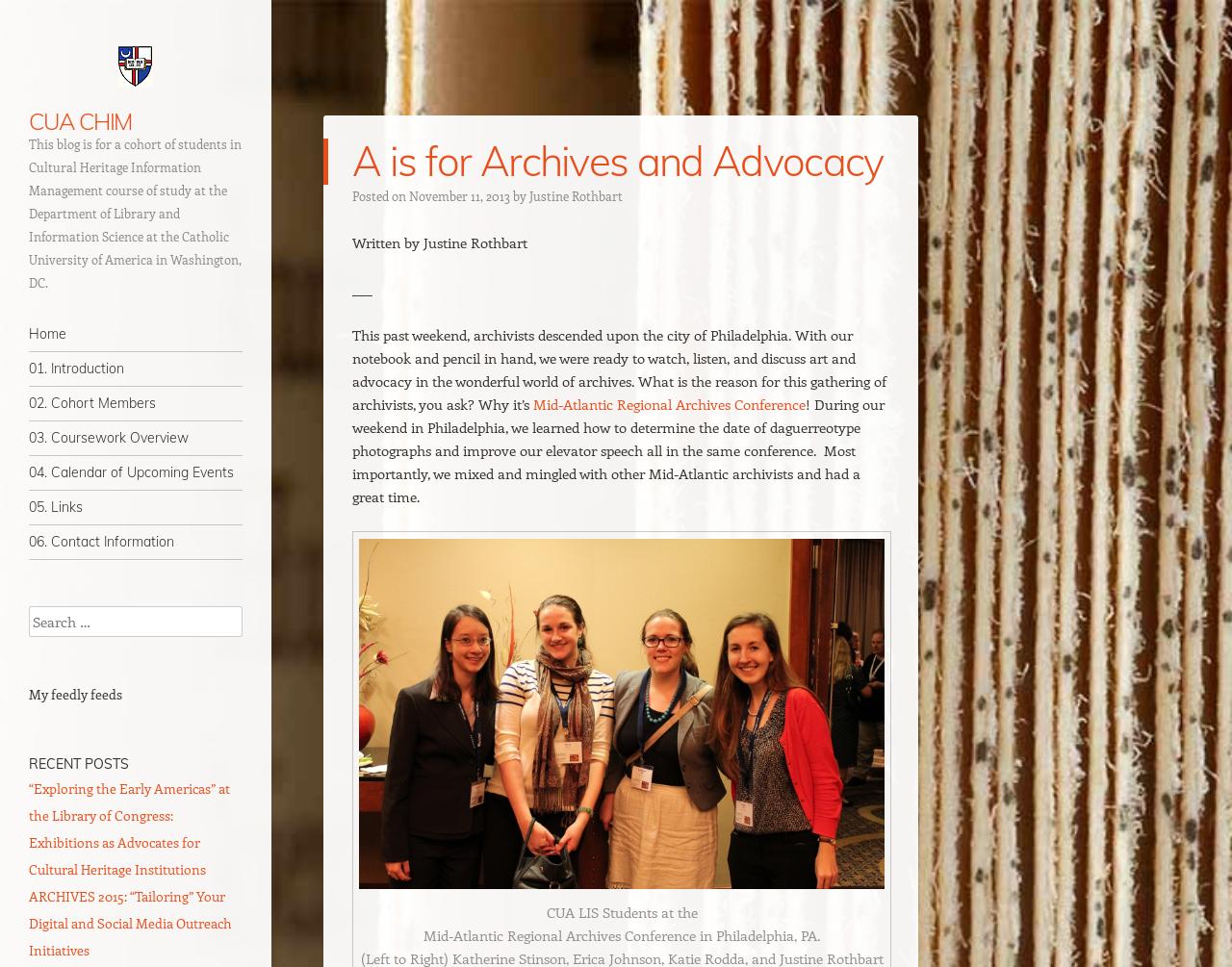  I want to click on '04. Calendar of Upcoming Events', so click(28, 472).